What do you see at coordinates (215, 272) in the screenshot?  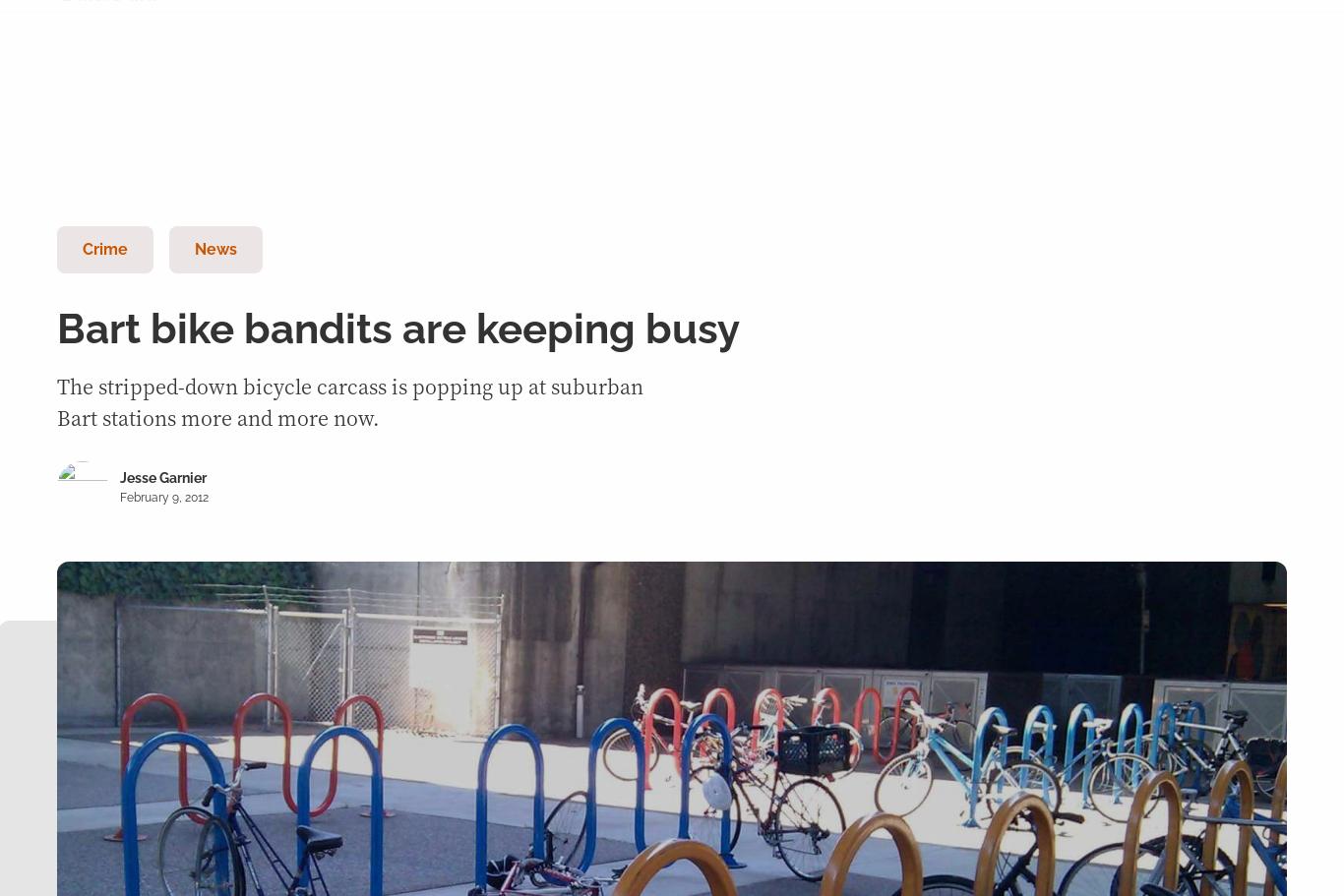 I see `'All categories'` at bounding box center [215, 272].